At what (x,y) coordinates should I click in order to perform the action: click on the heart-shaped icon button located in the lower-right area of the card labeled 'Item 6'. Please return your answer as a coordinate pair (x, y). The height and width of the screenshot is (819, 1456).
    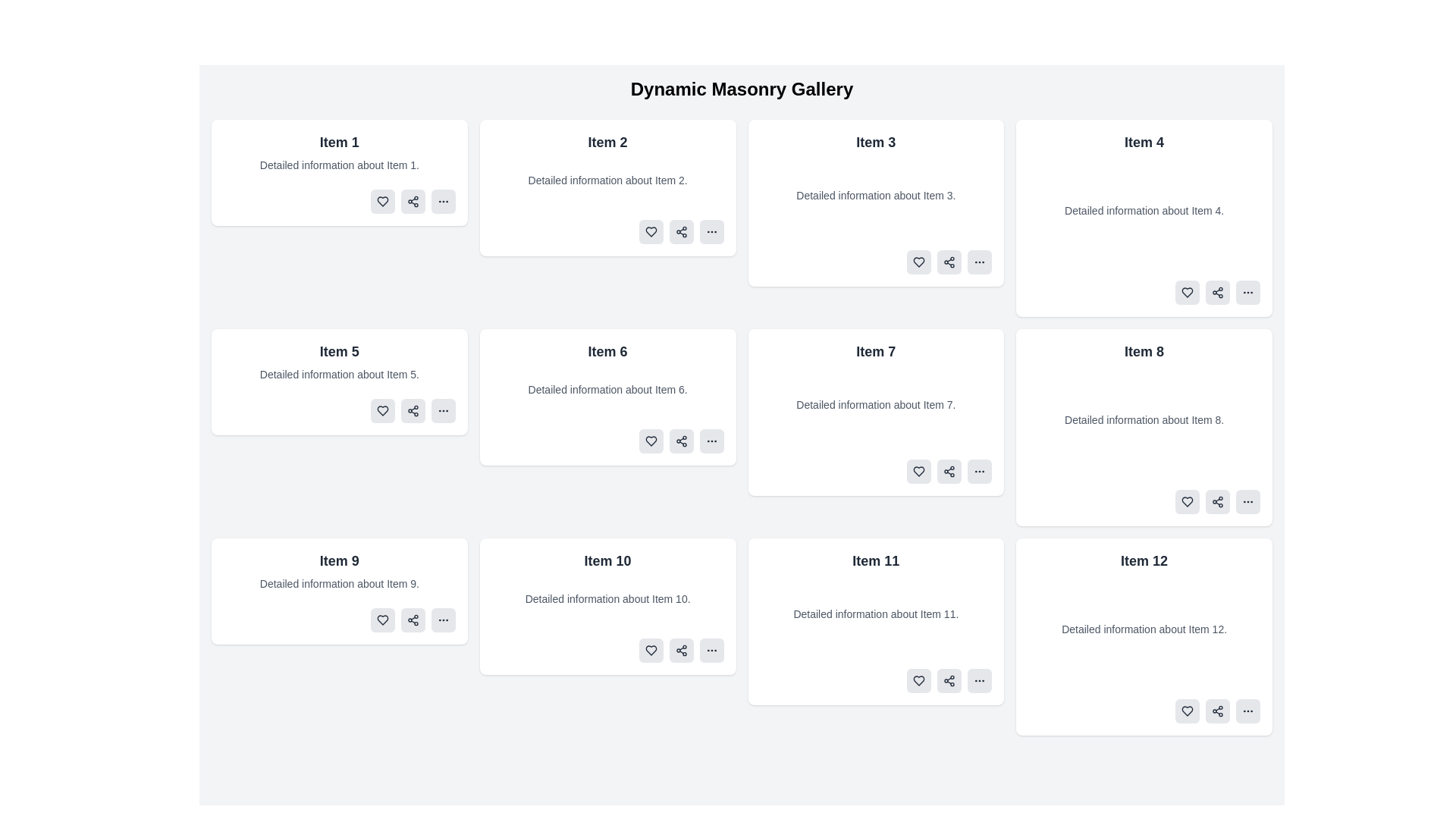
    Looking at the image, I should click on (651, 441).